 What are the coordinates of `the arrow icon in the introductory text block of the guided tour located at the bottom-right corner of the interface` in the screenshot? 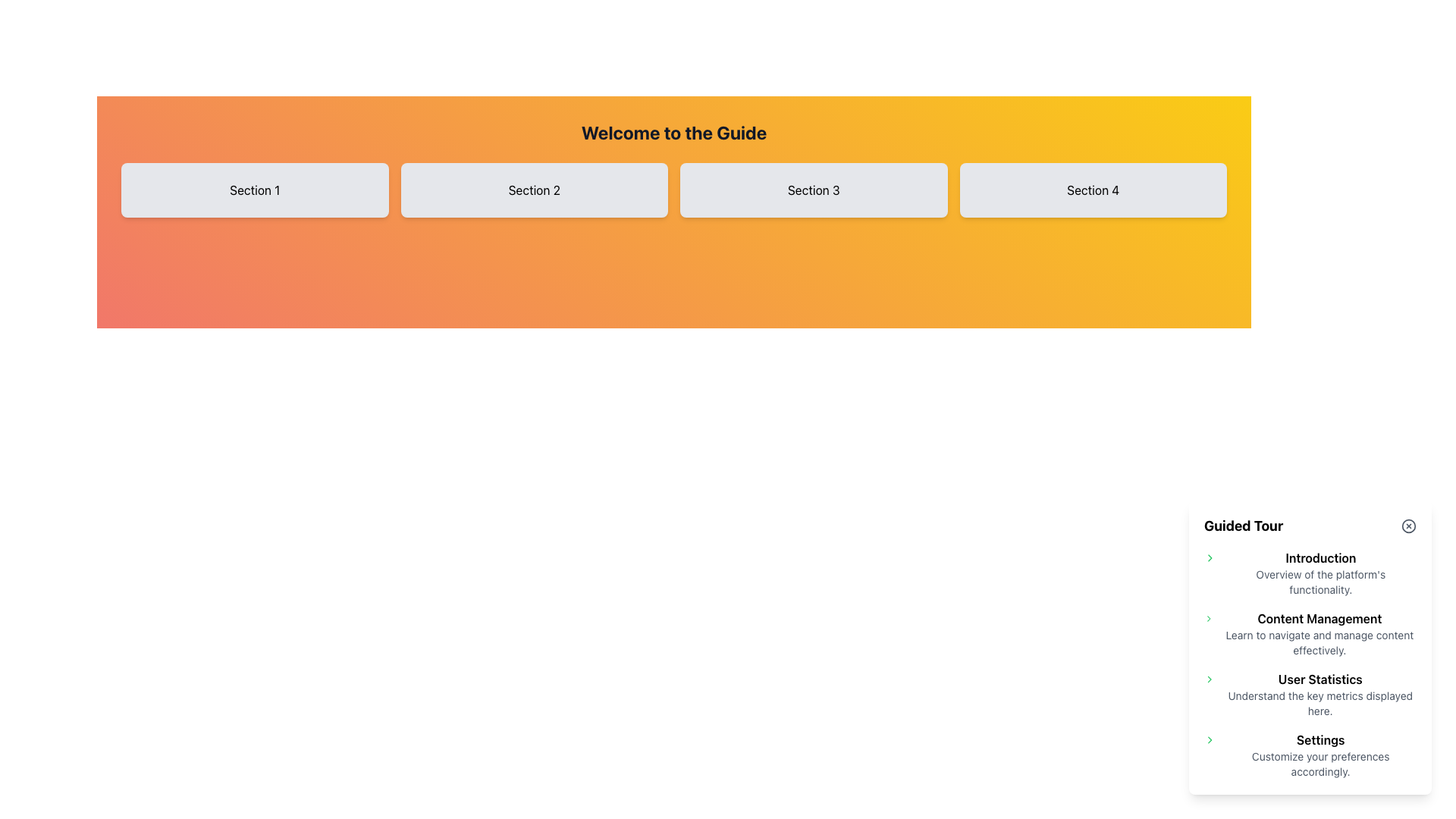 It's located at (1310, 573).